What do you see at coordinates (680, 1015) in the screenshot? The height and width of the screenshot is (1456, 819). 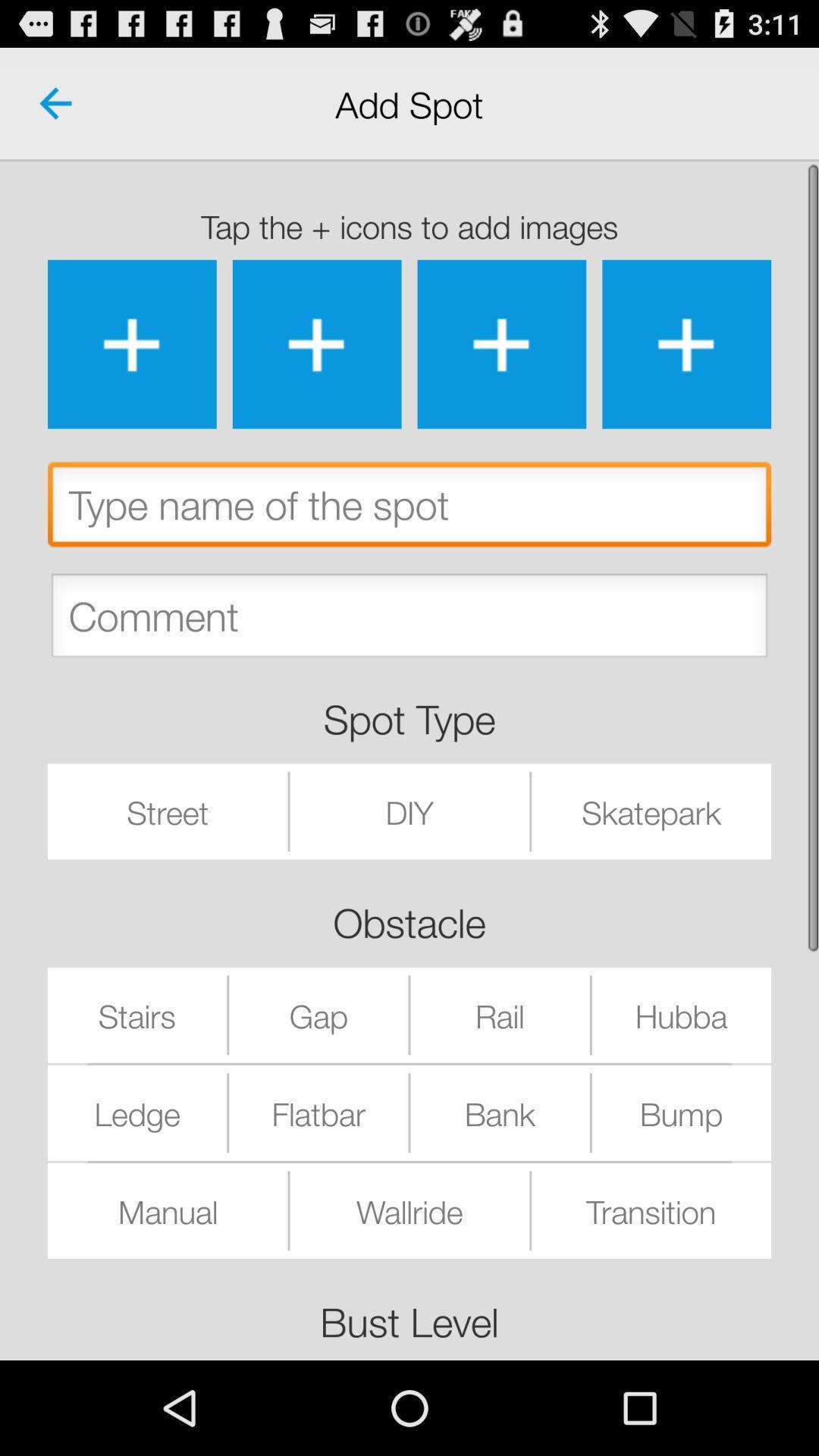 I see `the item below skatepark item` at bounding box center [680, 1015].